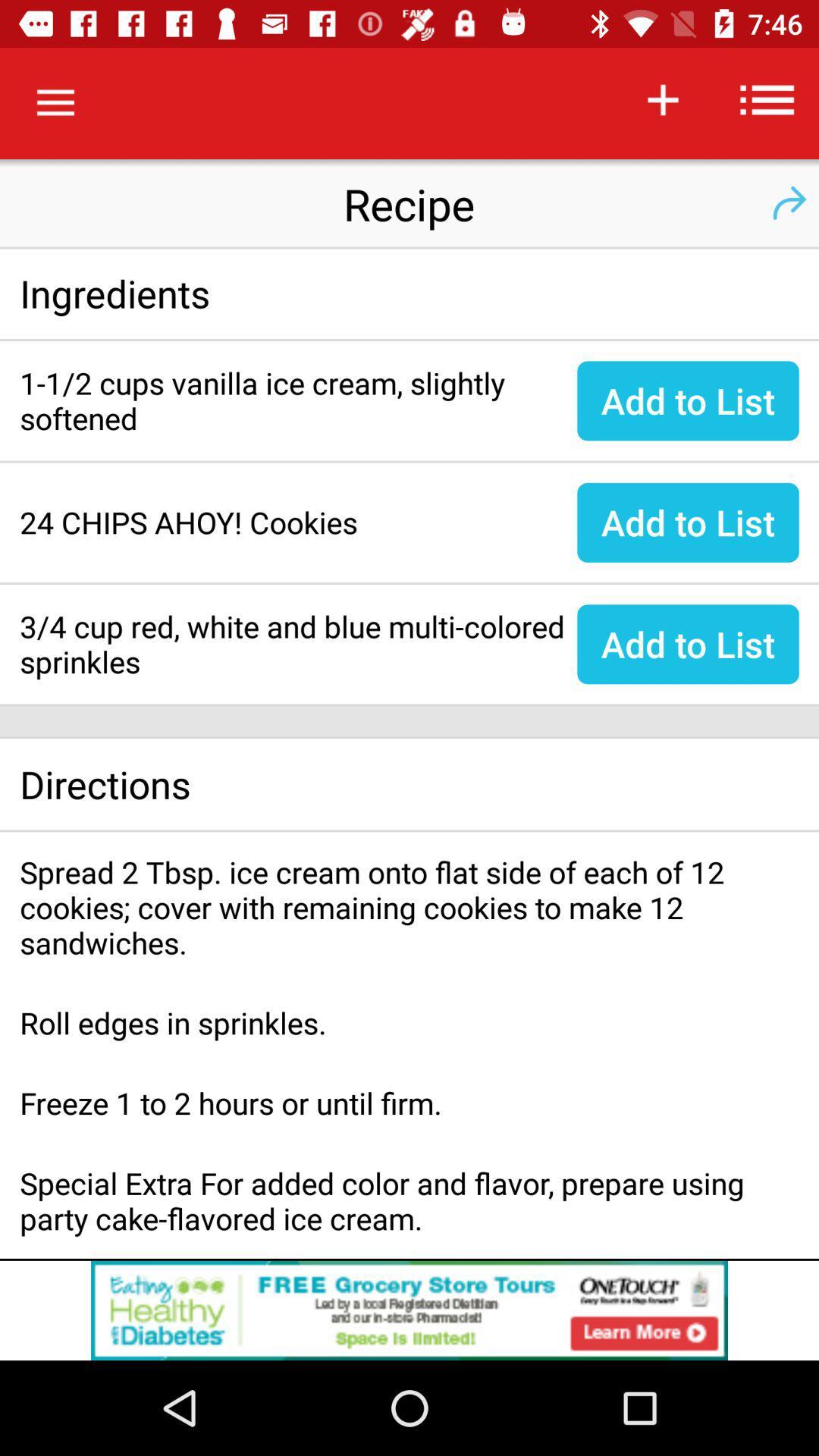 Image resolution: width=819 pixels, height=1456 pixels. Describe the element at coordinates (409, 1310) in the screenshot. I see `the option` at that location.